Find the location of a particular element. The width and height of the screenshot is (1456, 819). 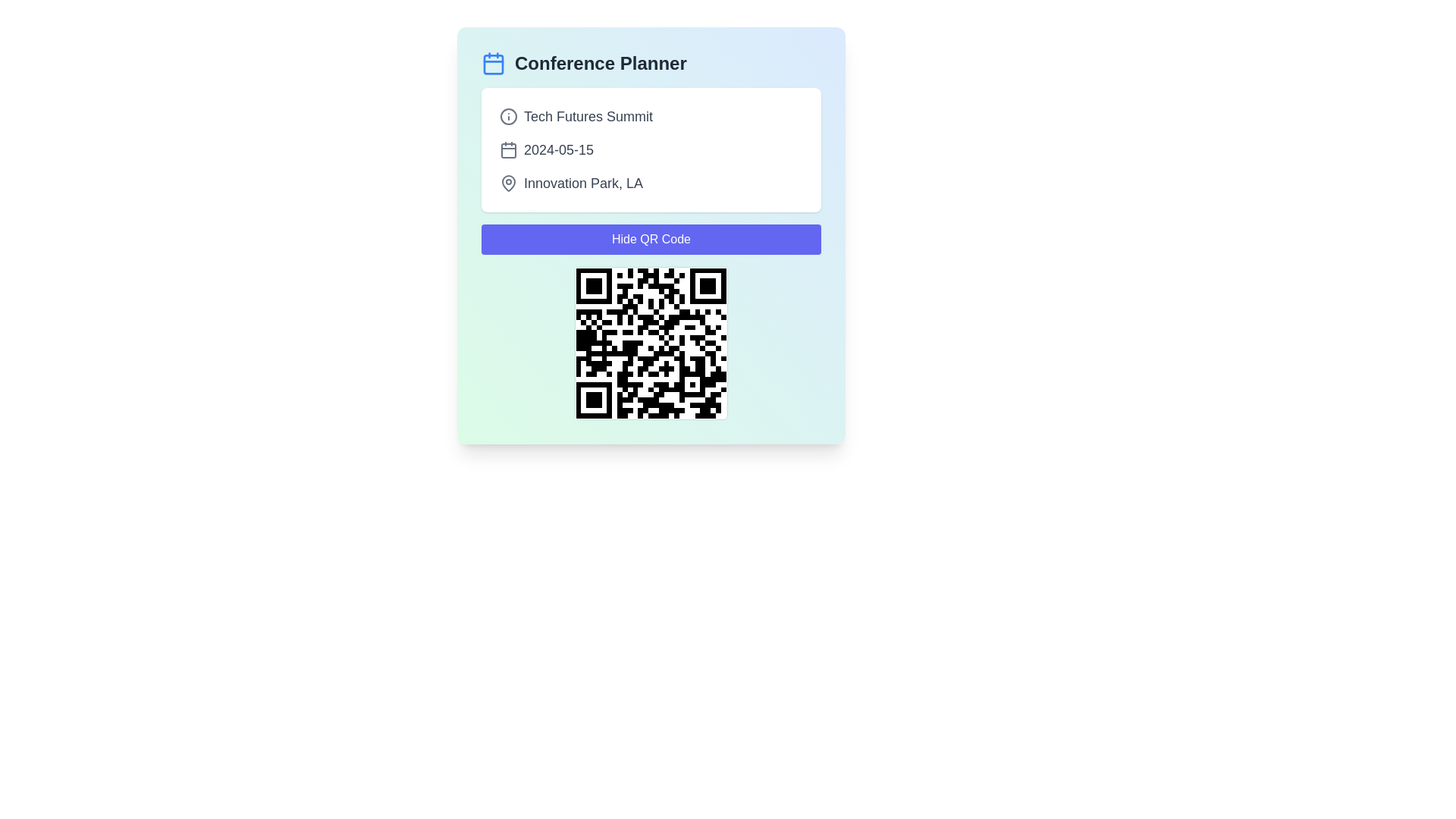

the QR code image located is located at coordinates (651, 343).